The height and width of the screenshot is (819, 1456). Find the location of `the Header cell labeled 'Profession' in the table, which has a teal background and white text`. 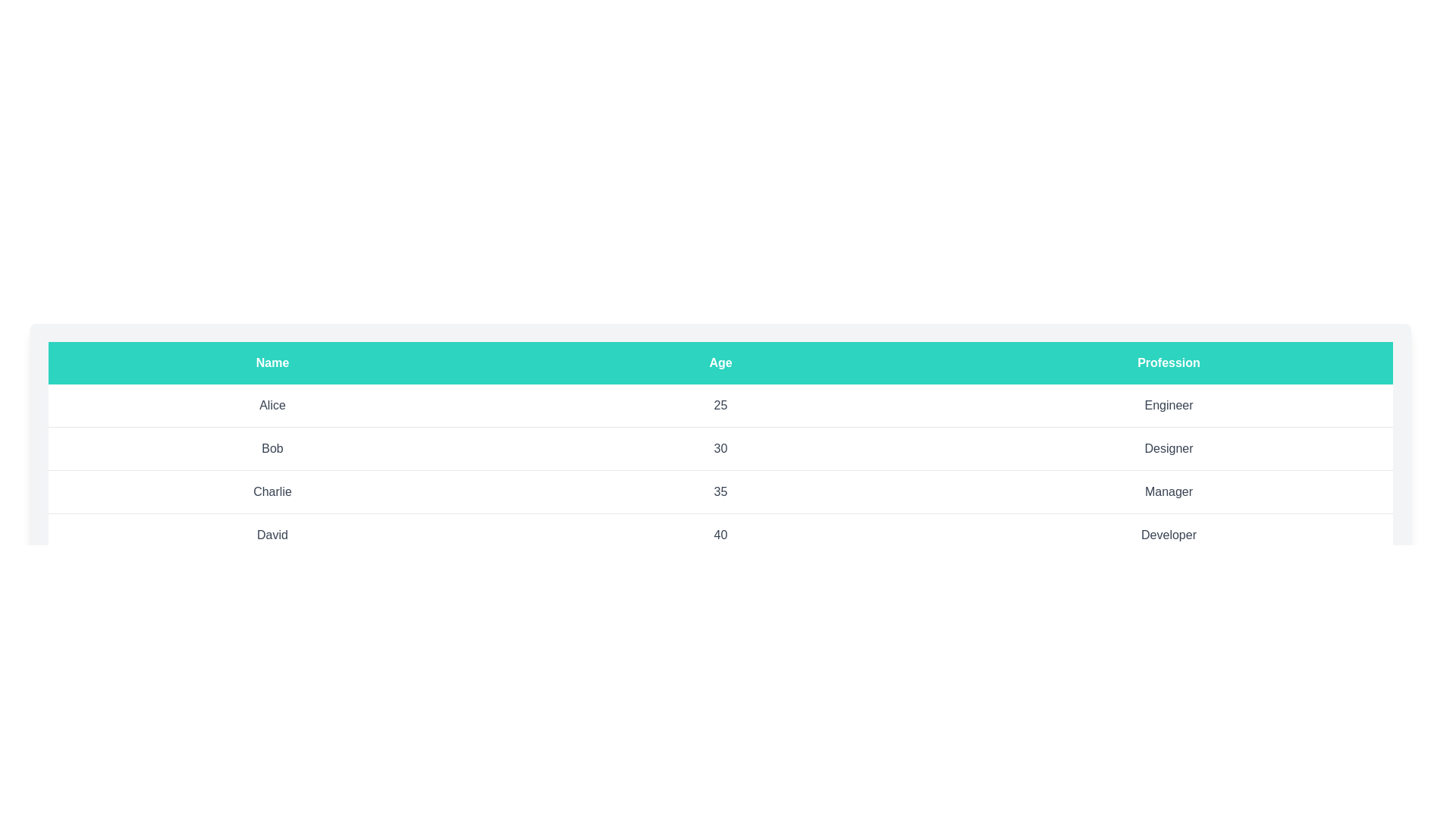

the Header cell labeled 'Profession' in the table, which has a teal background and white text is located at coordinates (1168, 362).